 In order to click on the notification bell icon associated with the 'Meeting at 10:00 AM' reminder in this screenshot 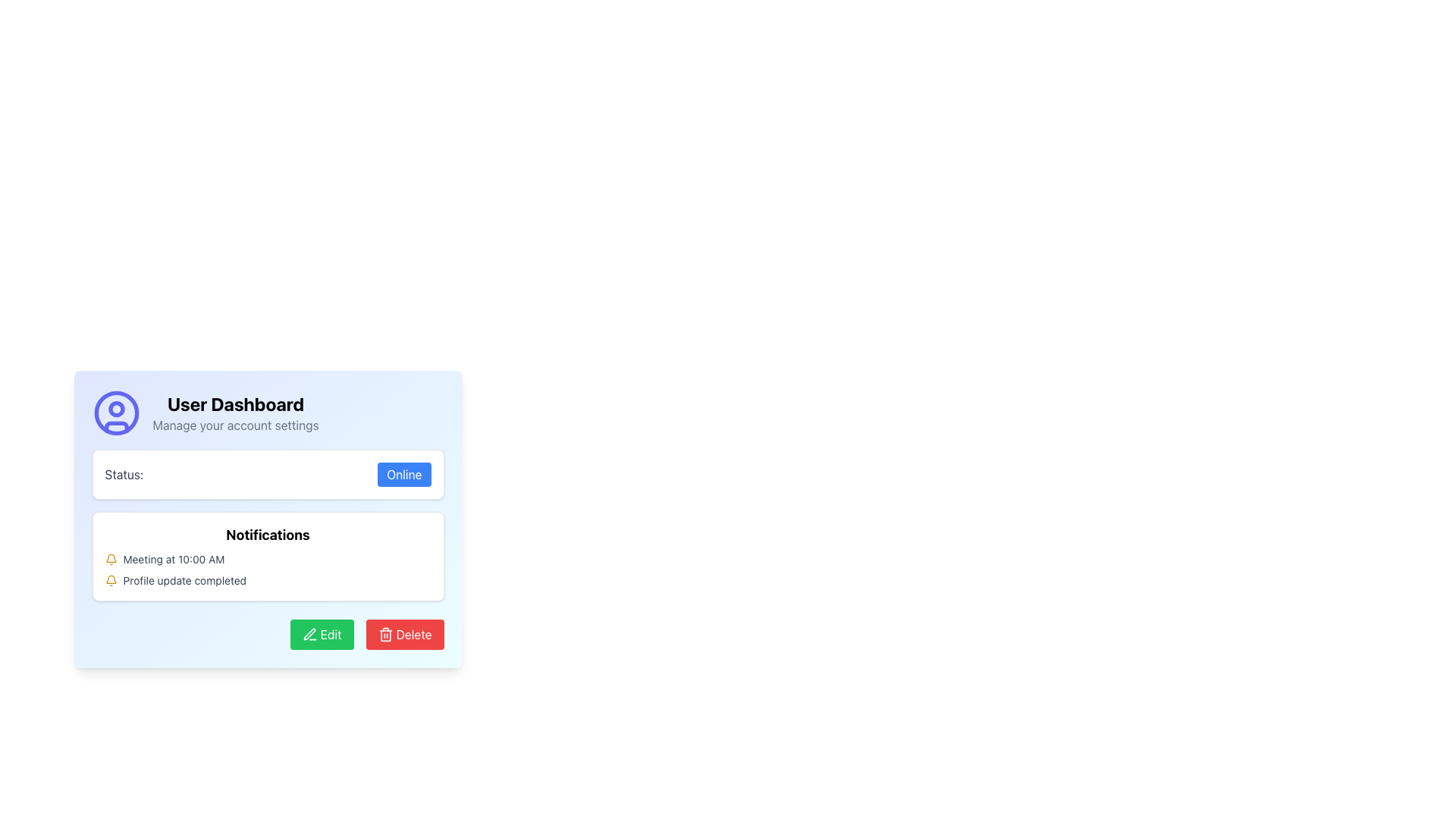, I will do `click(110, 559)`.